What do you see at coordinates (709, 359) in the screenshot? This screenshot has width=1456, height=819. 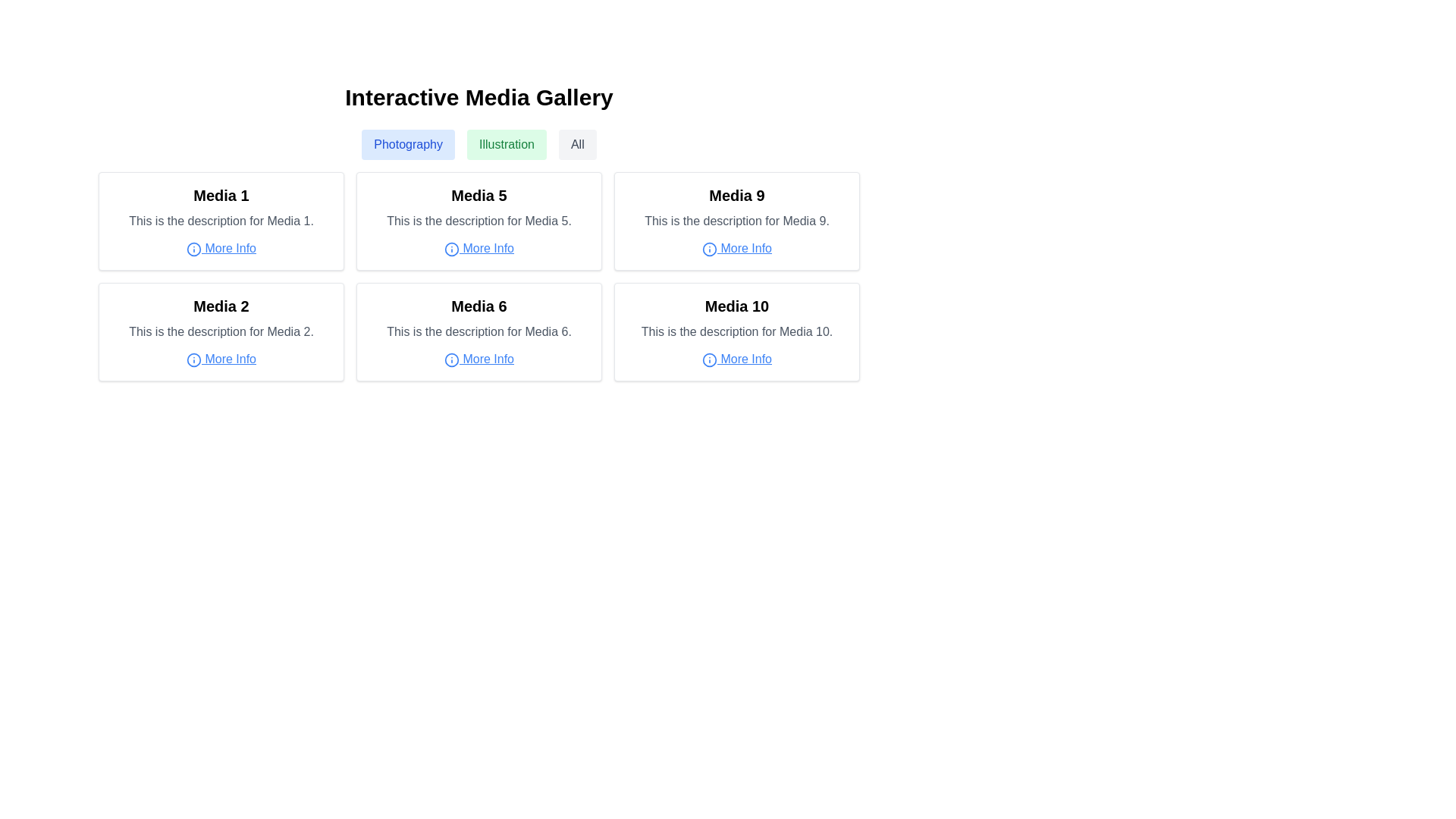 I see `the appearance of the blue circular icon located to the left of the 'More Info' text in the 'Media 10' card at the bottom-right corner of the media grid` at bounding box center [709, 359].